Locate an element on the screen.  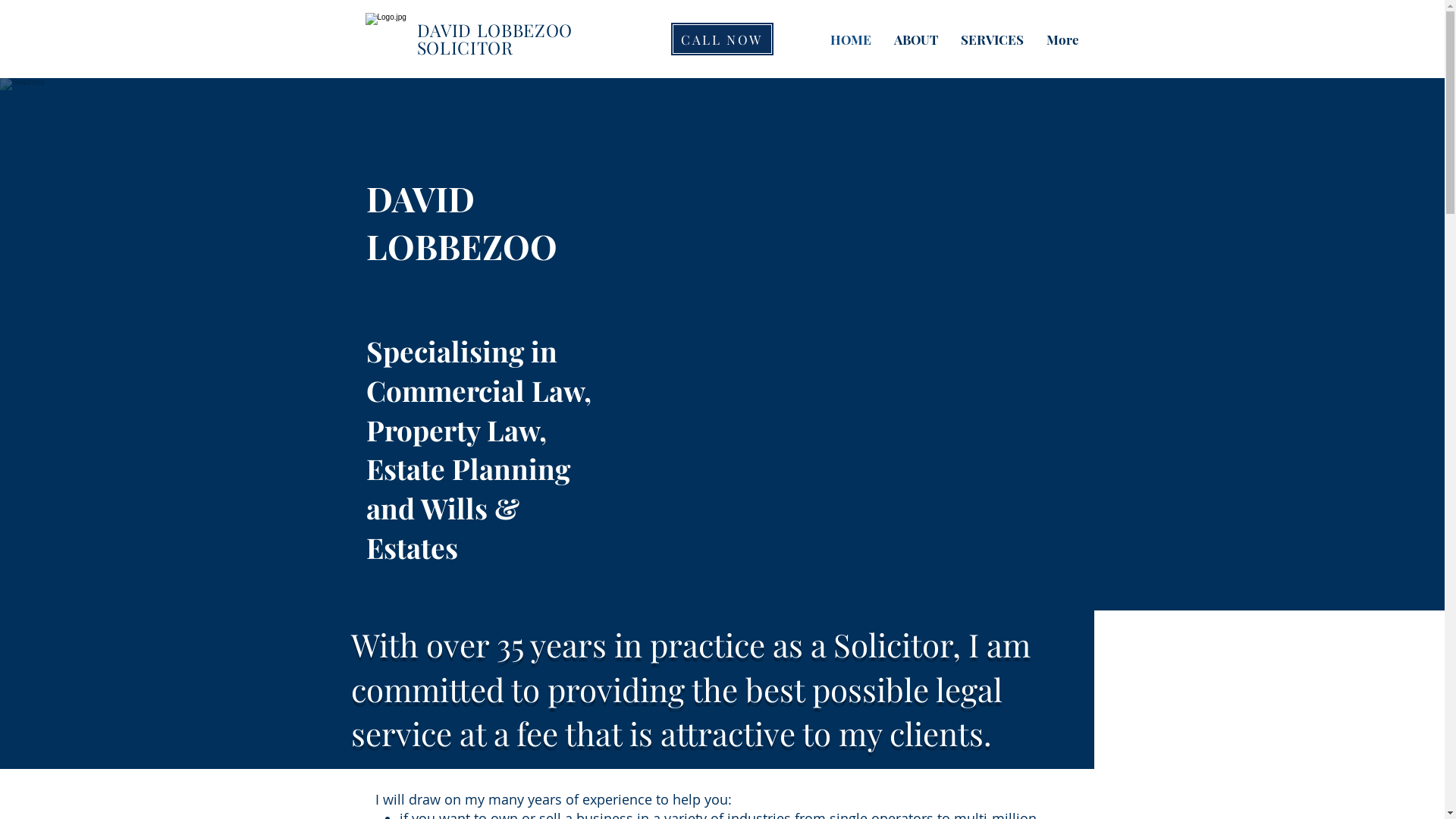
'CALL NOW' is located at coordinates (669, 38).